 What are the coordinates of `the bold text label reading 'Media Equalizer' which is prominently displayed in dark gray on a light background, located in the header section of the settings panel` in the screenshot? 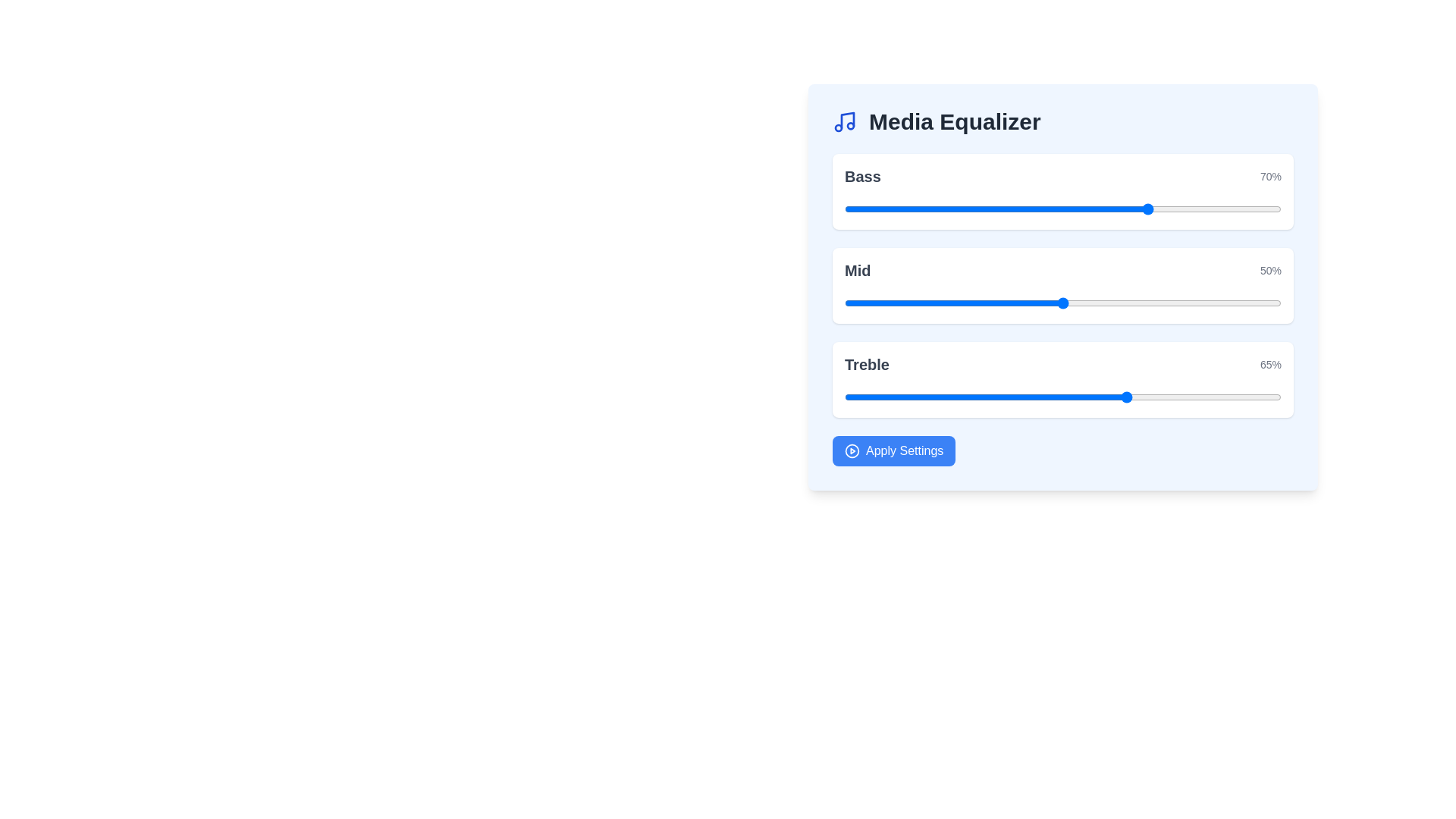 It's located at (954, 121).